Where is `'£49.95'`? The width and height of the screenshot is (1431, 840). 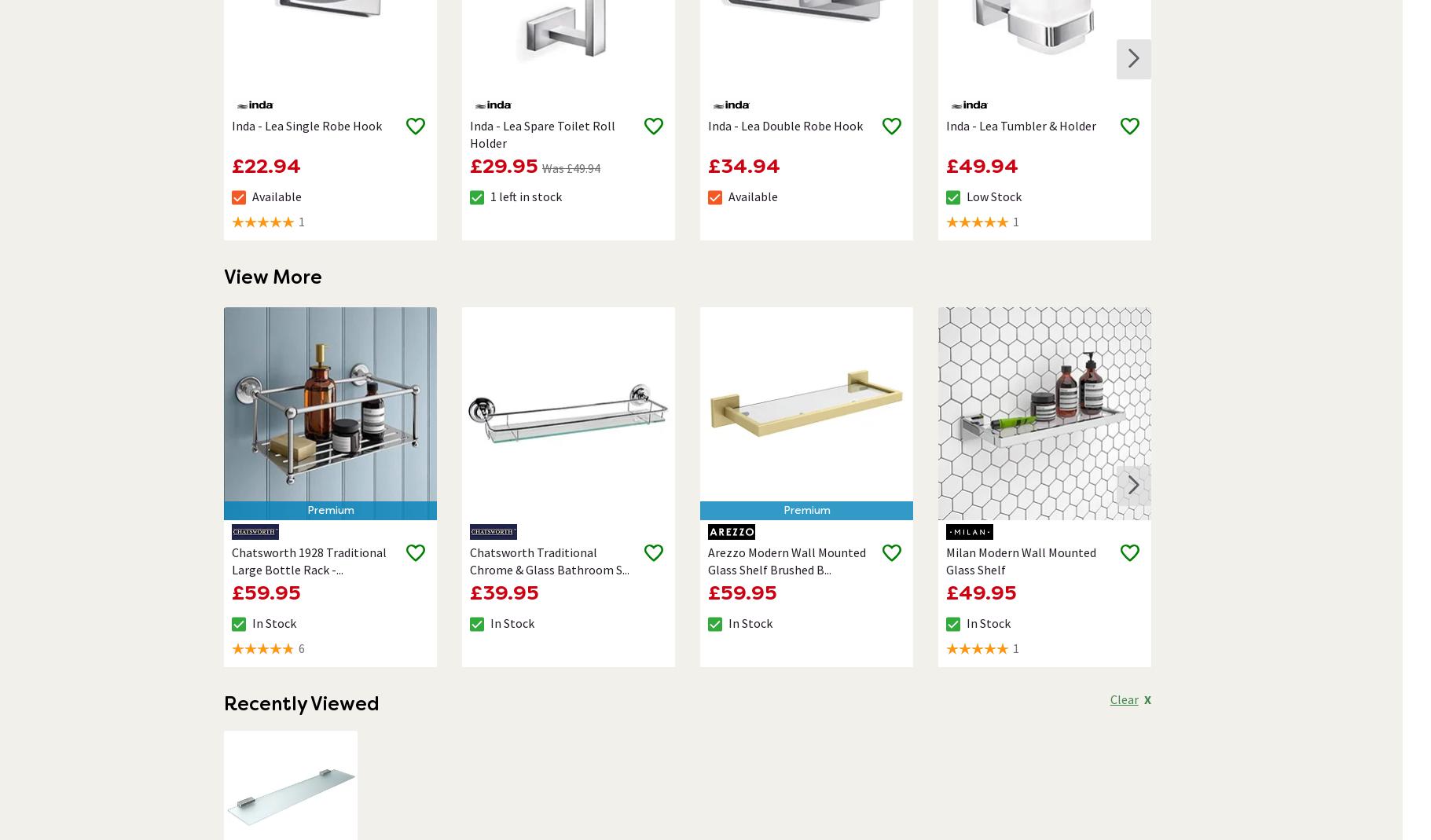 '£49.95' is located at coordinates (980, 592).